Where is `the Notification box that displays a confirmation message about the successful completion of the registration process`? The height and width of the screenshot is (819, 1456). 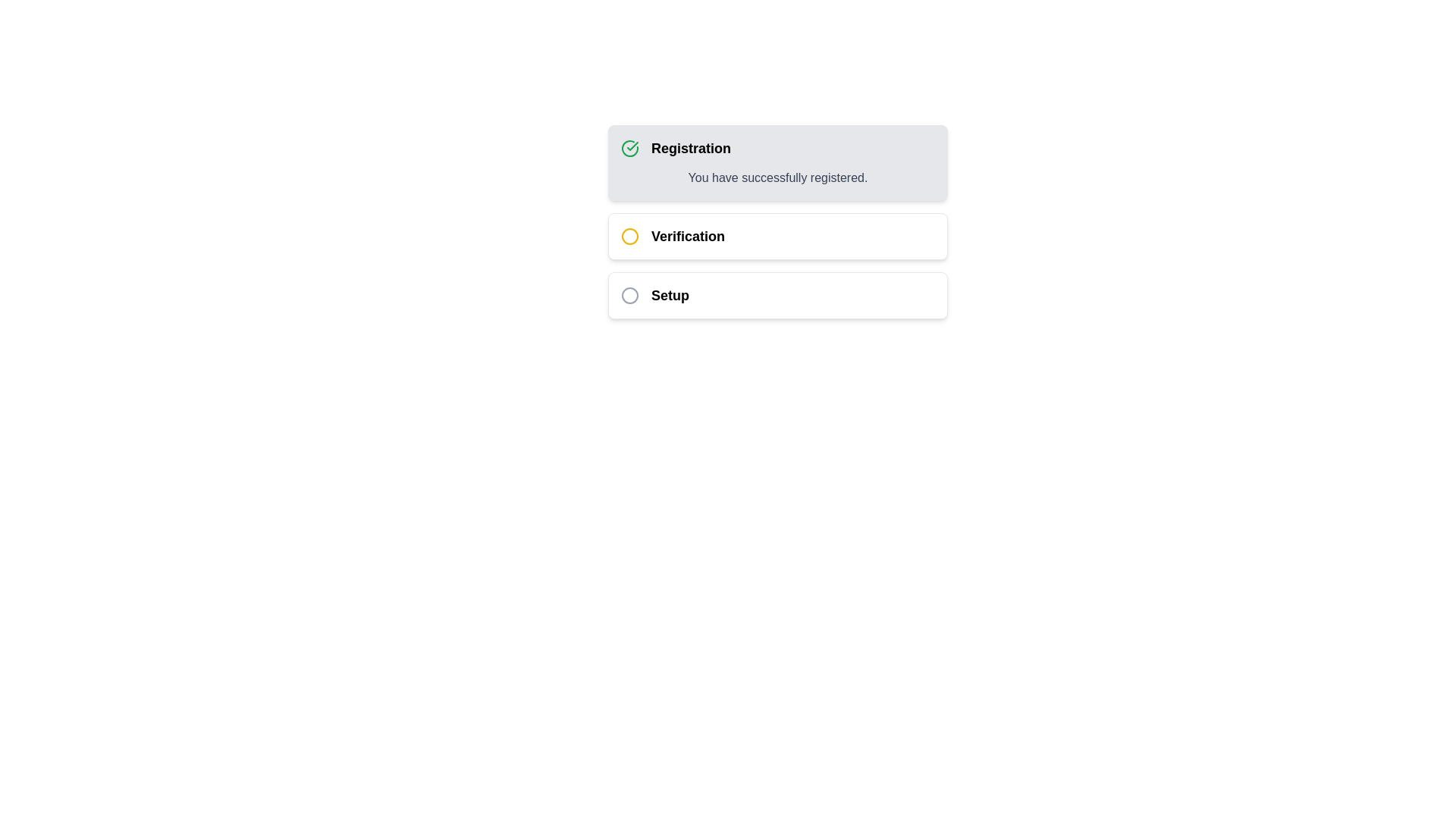 the Notification box that displays a confirmation message about the successful completion of the registration process is located at coordinates (778, 163).